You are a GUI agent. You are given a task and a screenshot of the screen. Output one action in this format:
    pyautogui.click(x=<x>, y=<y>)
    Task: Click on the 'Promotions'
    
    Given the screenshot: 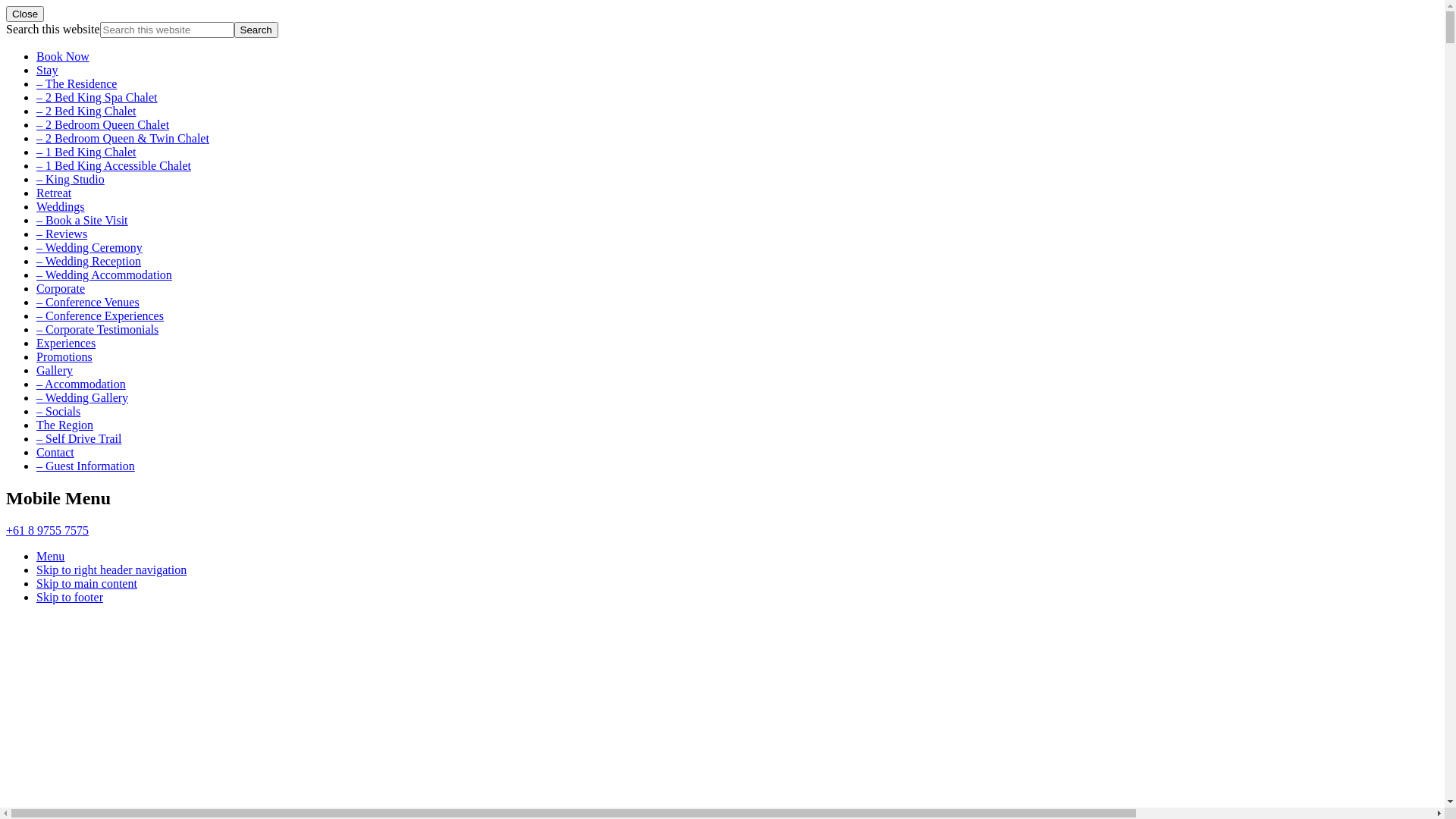 What is the action you would take?
    pyautogui.click(x=36, y=356)
    